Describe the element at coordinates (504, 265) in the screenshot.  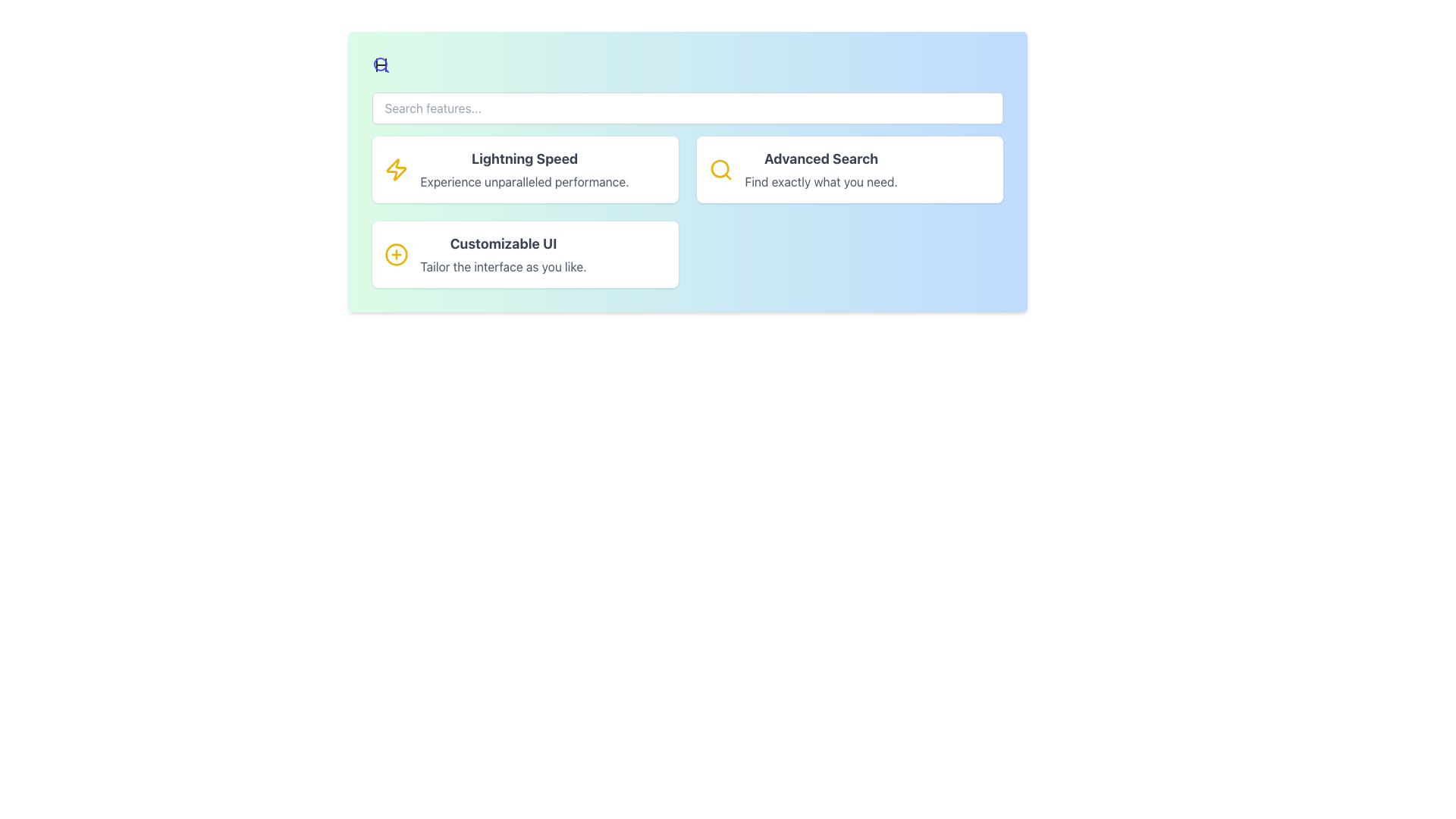
I see `the text element that reads 'Tailor the interface as you like.' which is styled in gray and positioned beneath the heading 'Customizable UI.'` at that location.